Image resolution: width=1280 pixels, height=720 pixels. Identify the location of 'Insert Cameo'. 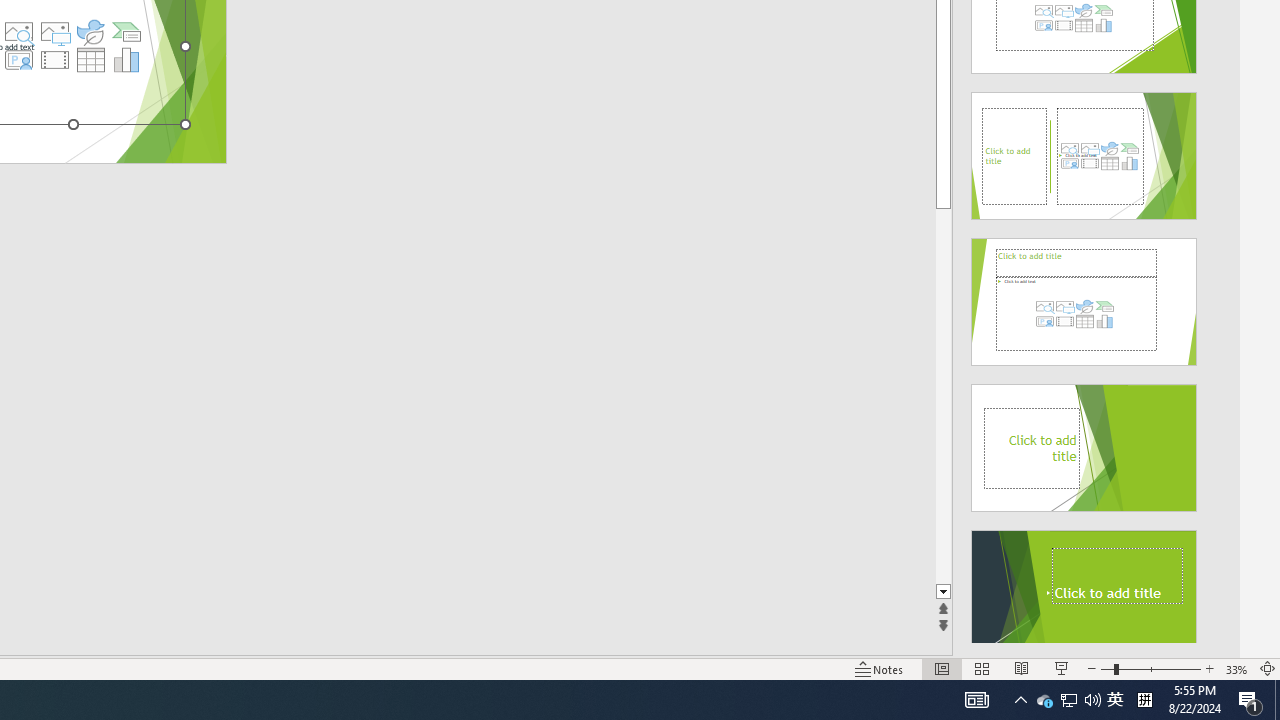
(18, 59).